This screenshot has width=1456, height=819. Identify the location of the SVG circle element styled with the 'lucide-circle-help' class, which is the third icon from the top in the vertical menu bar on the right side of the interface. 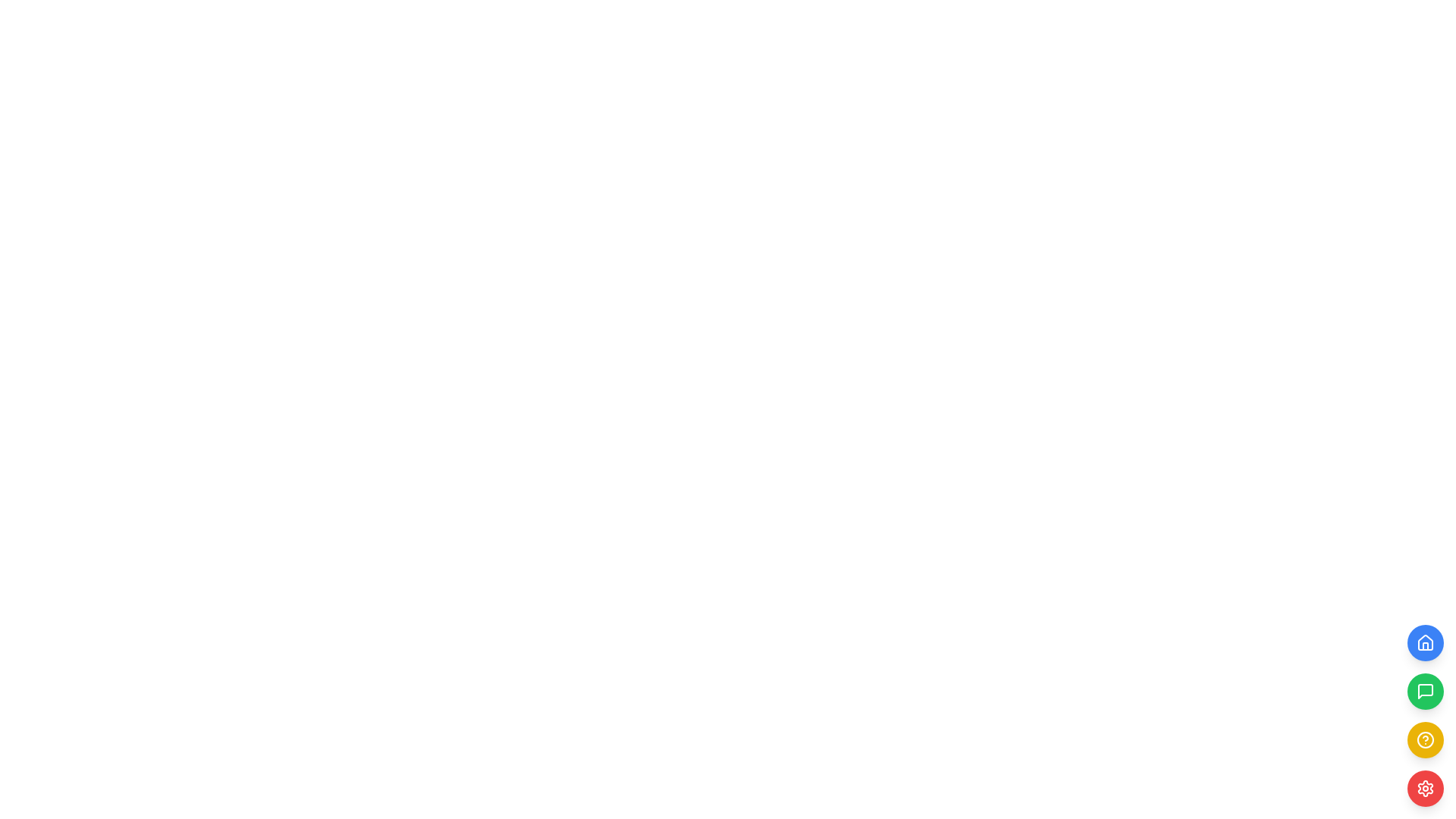
(1425, 739).